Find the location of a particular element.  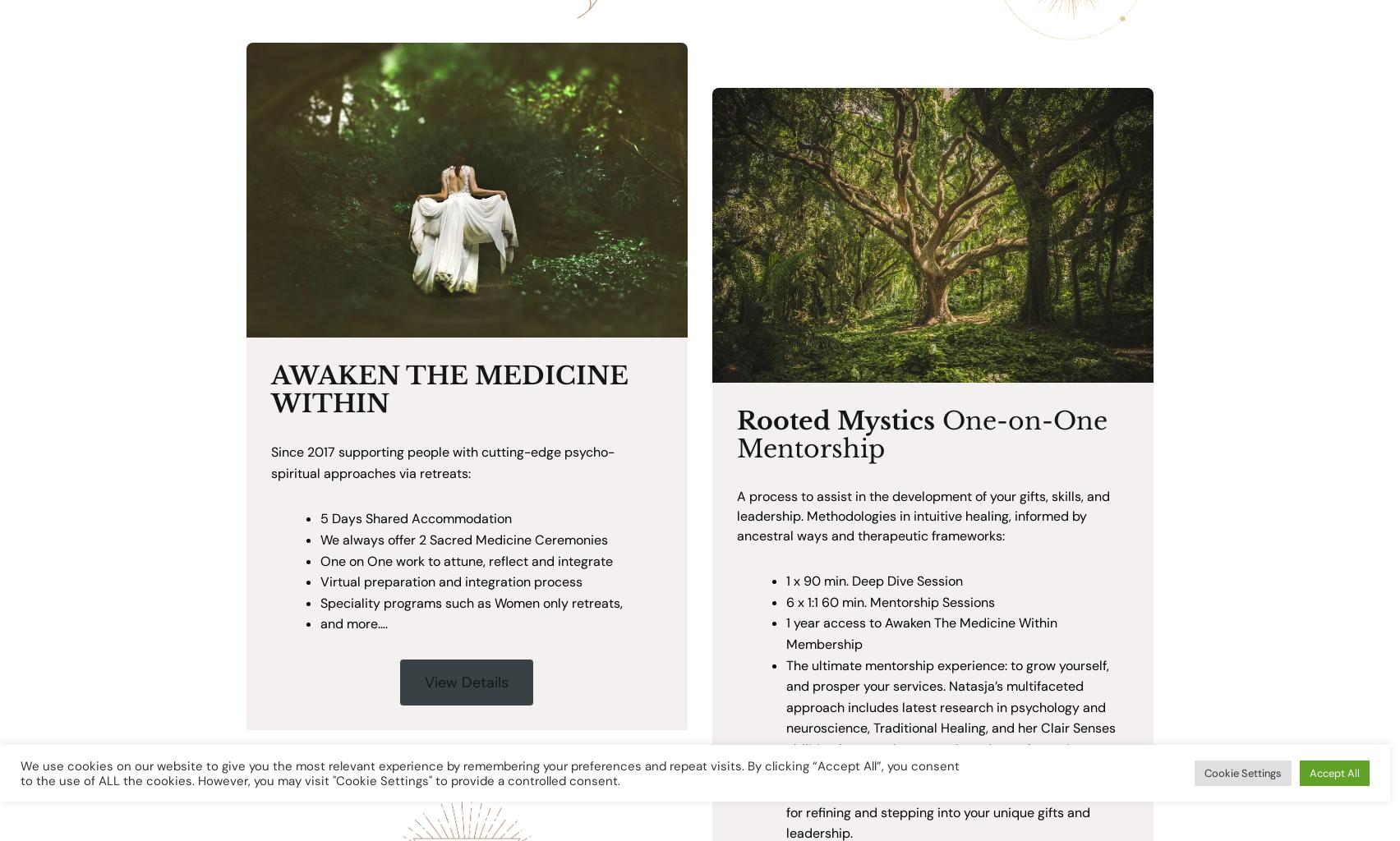

'Speciality programs such as Women only retreats,' is located at coordinates (319, 601).